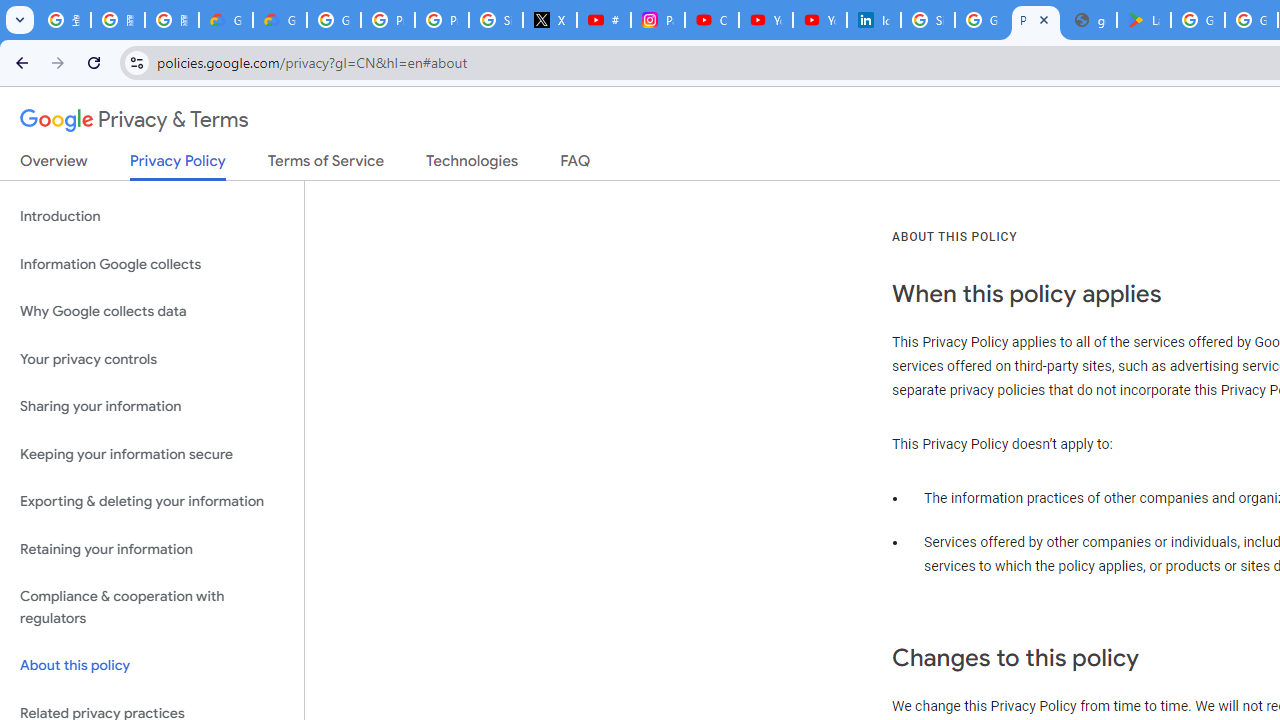 This screenshot has height=720, width=1280. Describe the element at coordinates (1144, 20) in the screenshot. I see `'Last Shelter: Survival - Apps on Google Play'` at that location.